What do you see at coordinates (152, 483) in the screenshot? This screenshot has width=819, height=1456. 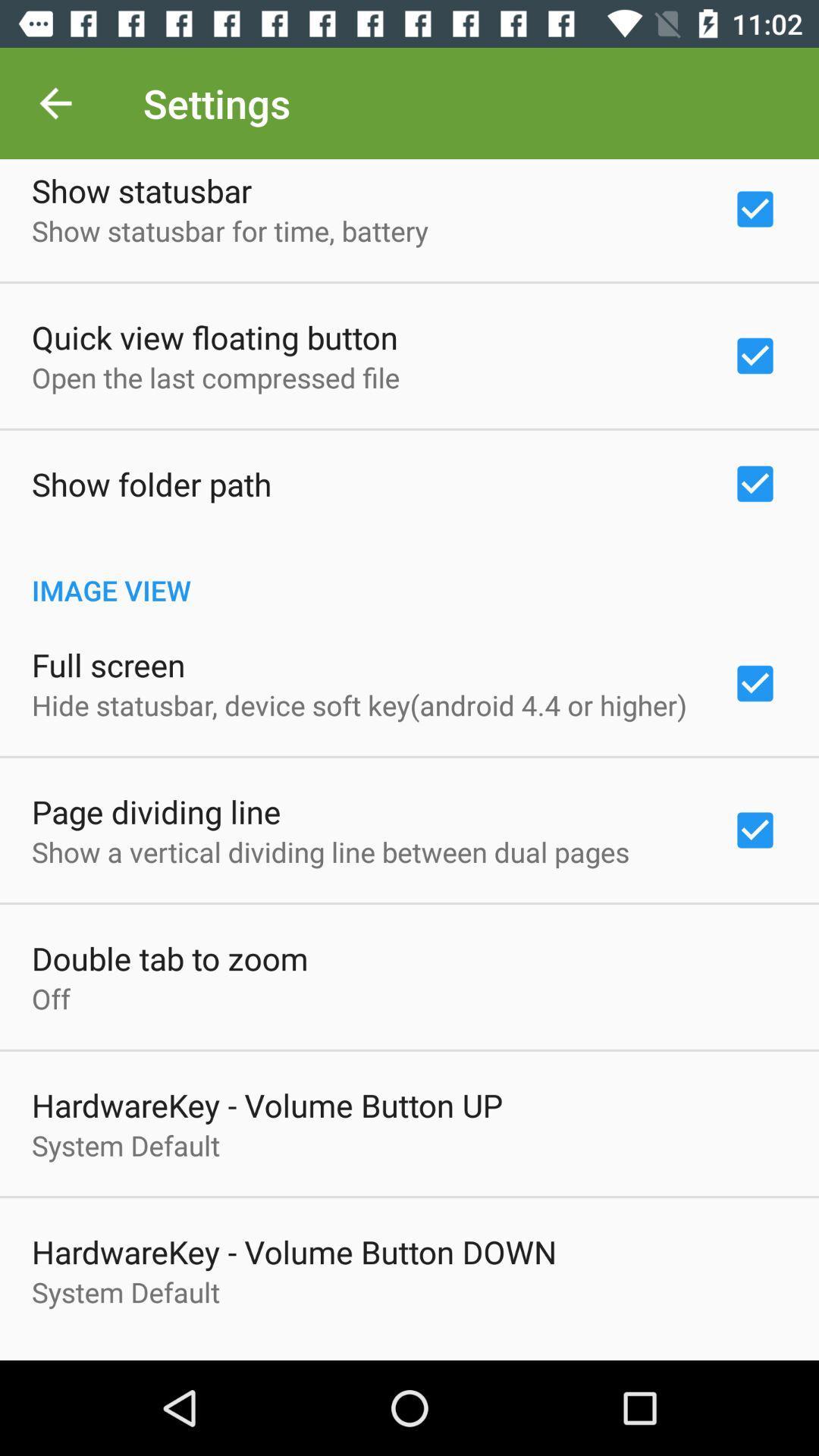 I see `the icon below open the last item` at bounding box center [152, 483].